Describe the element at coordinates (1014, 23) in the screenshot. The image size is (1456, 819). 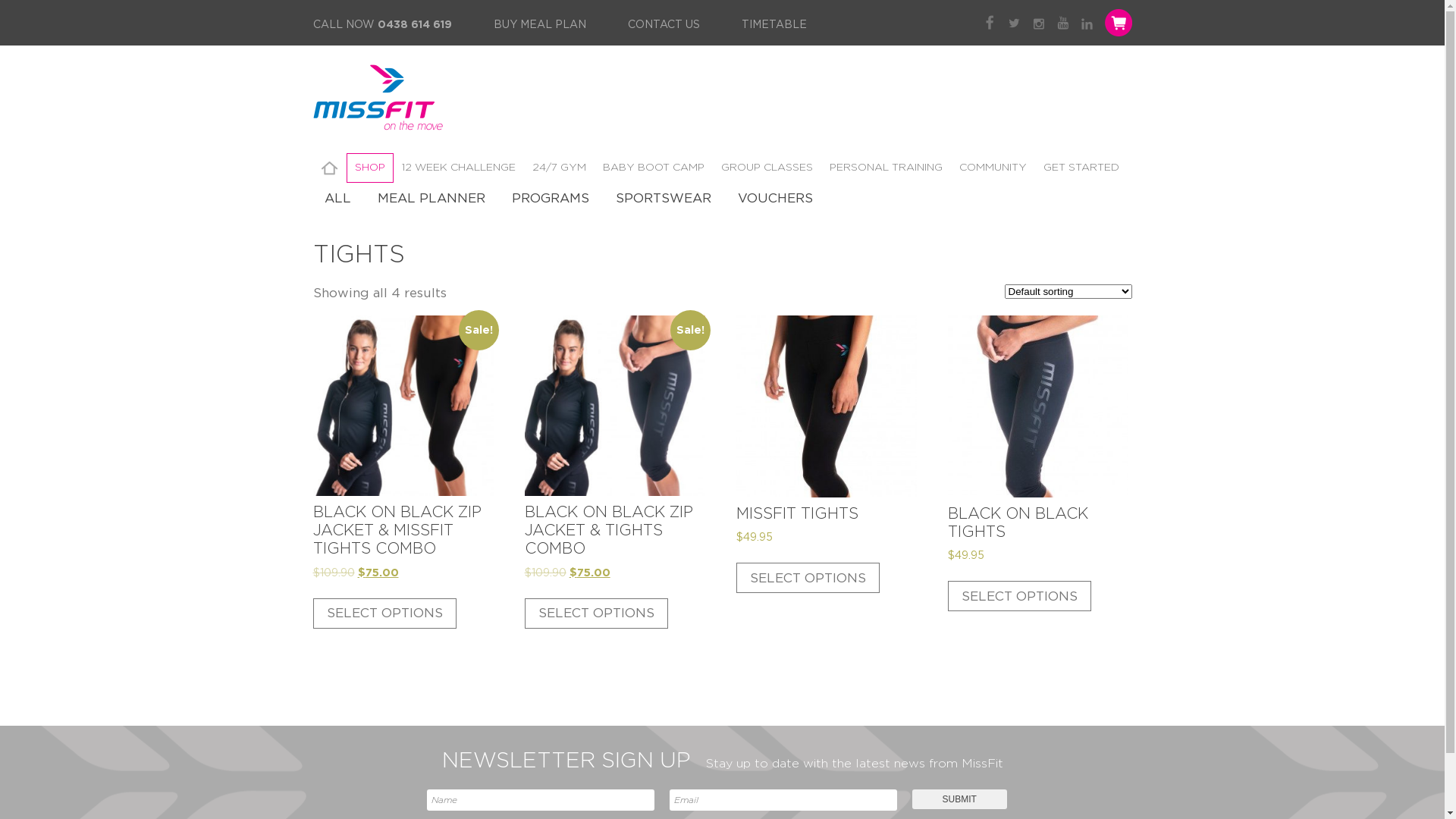
I see `'Twitter'` at that location.